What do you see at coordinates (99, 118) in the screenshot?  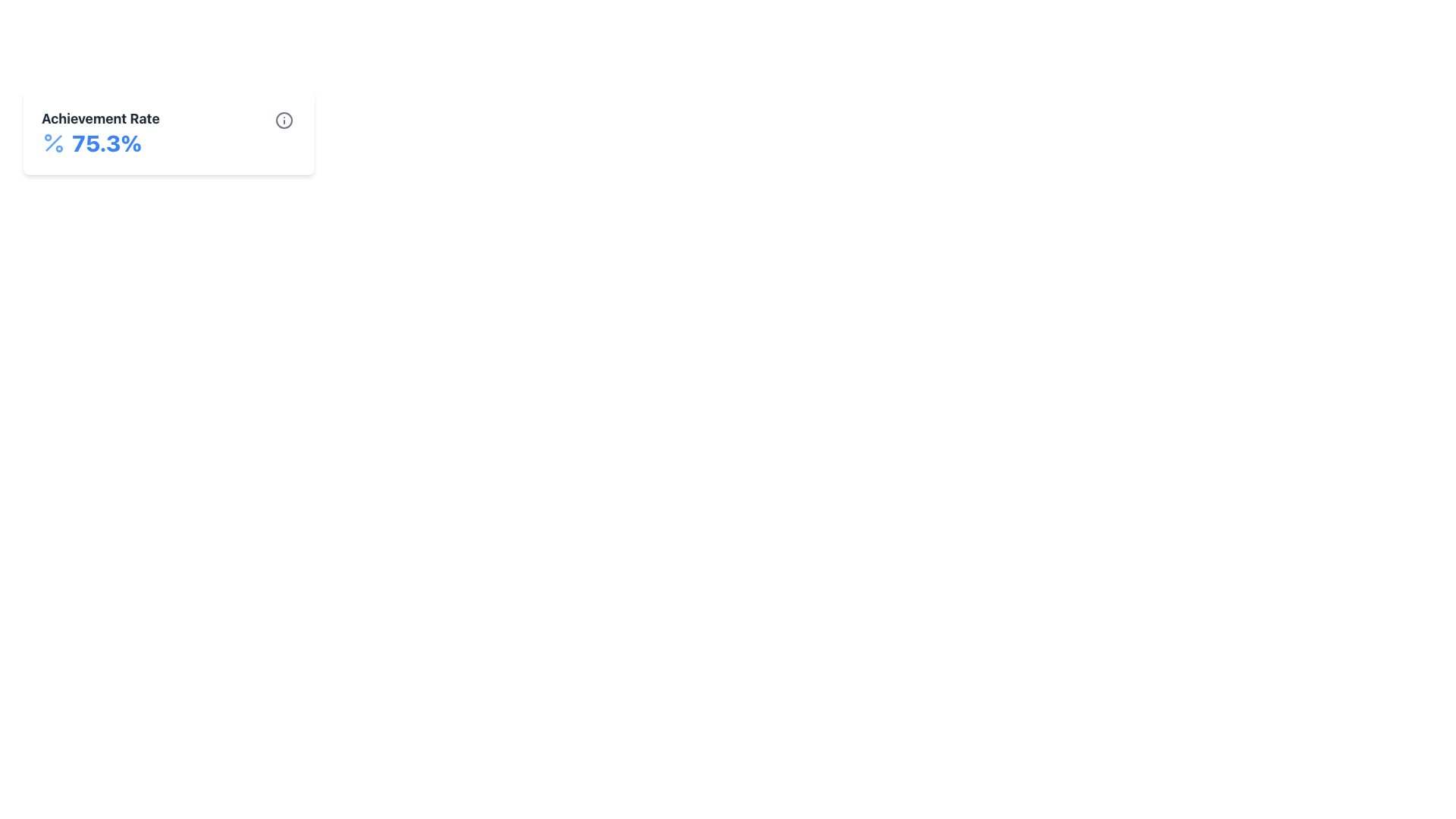 I see `the text label that reads 'Achievement Rate', which is styled in bold, large-sized gray font and located above the percentage value '75.3%'` at bounding box center [99, 118].